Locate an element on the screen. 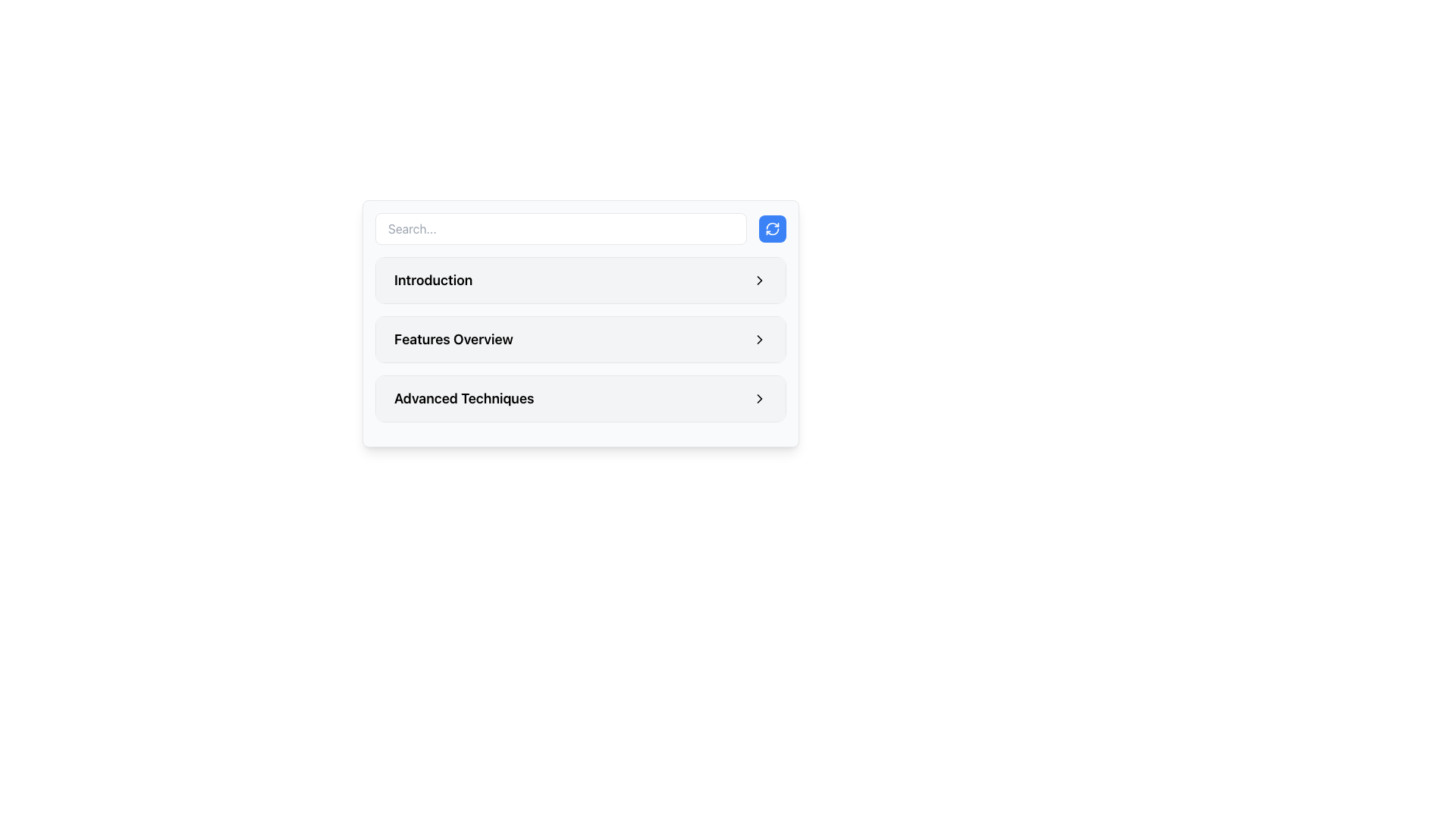 Image resolution: width=1456 pixels, height=819 pixels. the refresh button located to the right of the 'Search...' text input field is located at coordinates (772, 228).